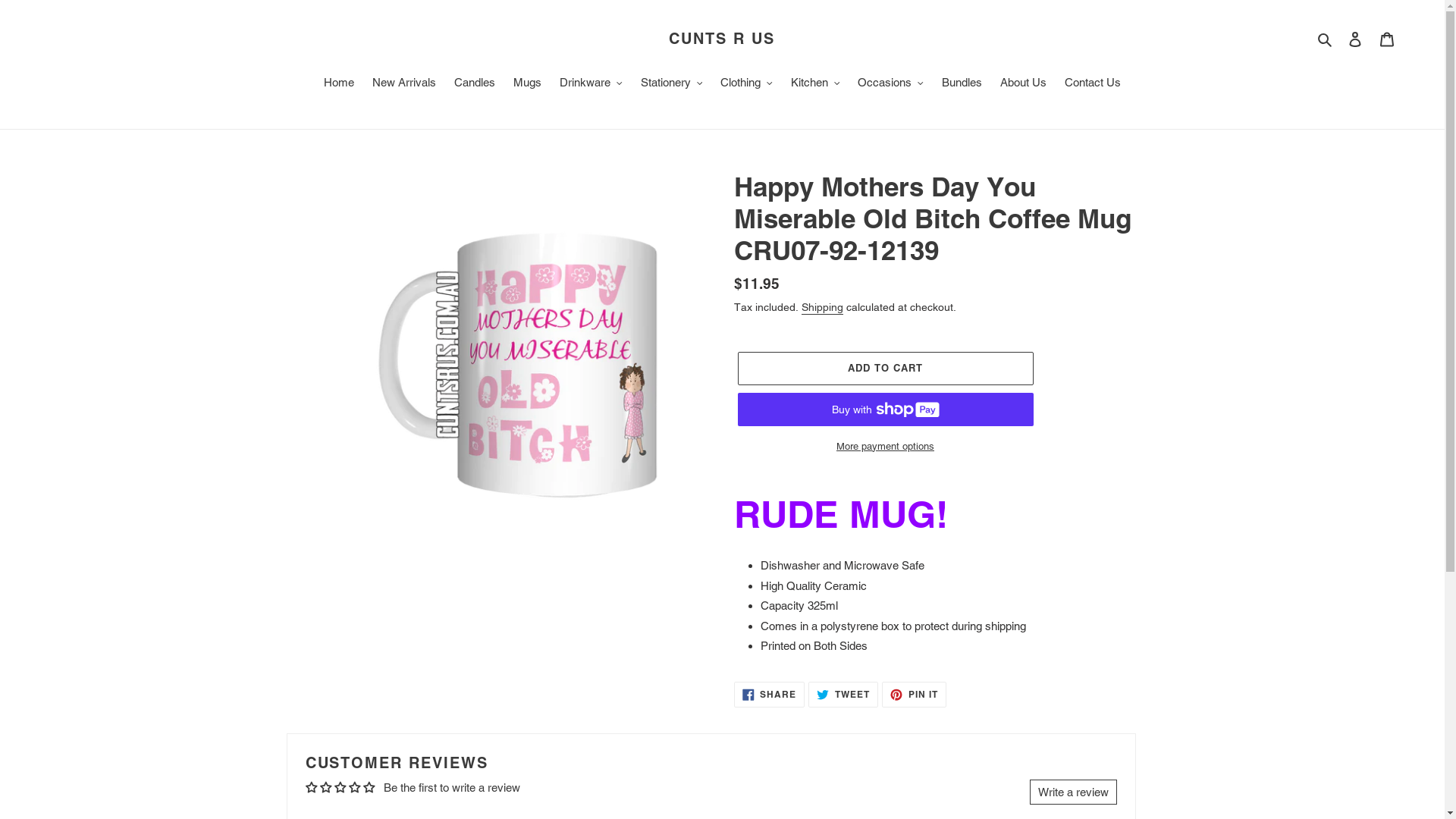  What do you see at coordinates (1325, 38) in the screenshot?
I see `'Search'` at bounding box center [1325, 38].